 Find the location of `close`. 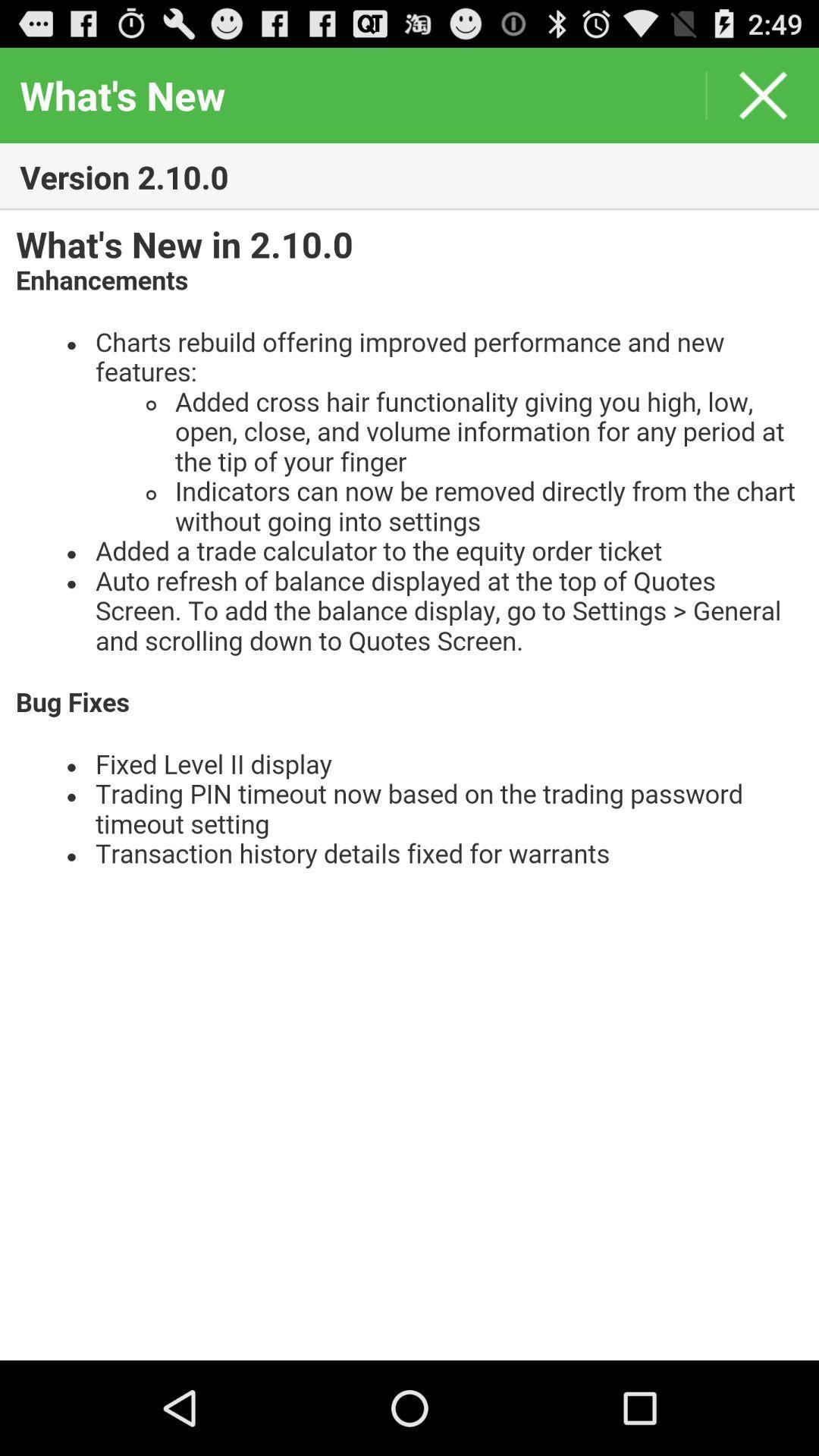

close is located at coordinates (763, 94).